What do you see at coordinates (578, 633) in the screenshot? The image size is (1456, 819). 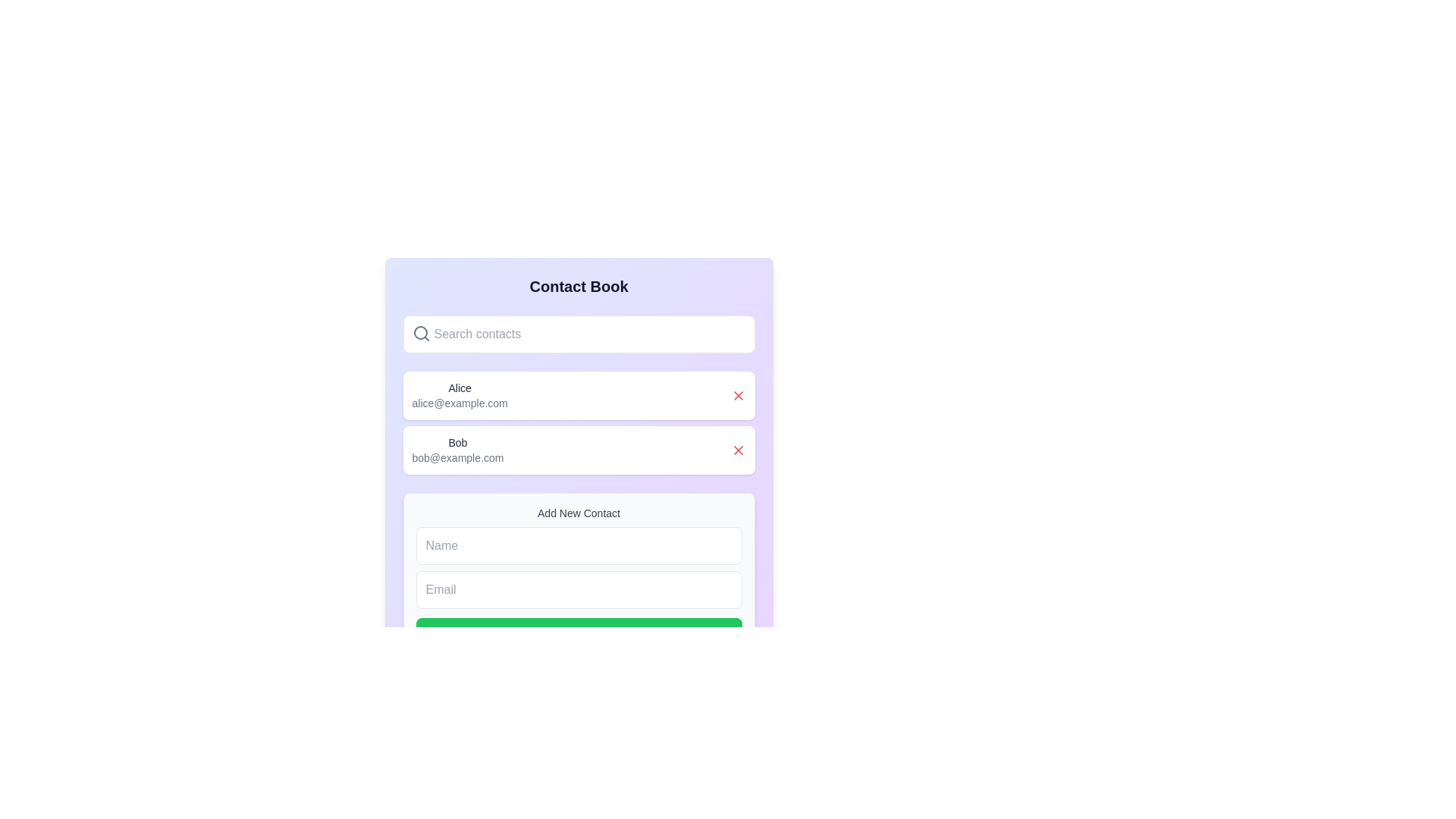 I see `the 'Add Contact' button, which is a rectangular button with rounded corners, bright green background, and white text, located under the email input field in the 'Add New Contact' section` at bounding box center [578, 633].